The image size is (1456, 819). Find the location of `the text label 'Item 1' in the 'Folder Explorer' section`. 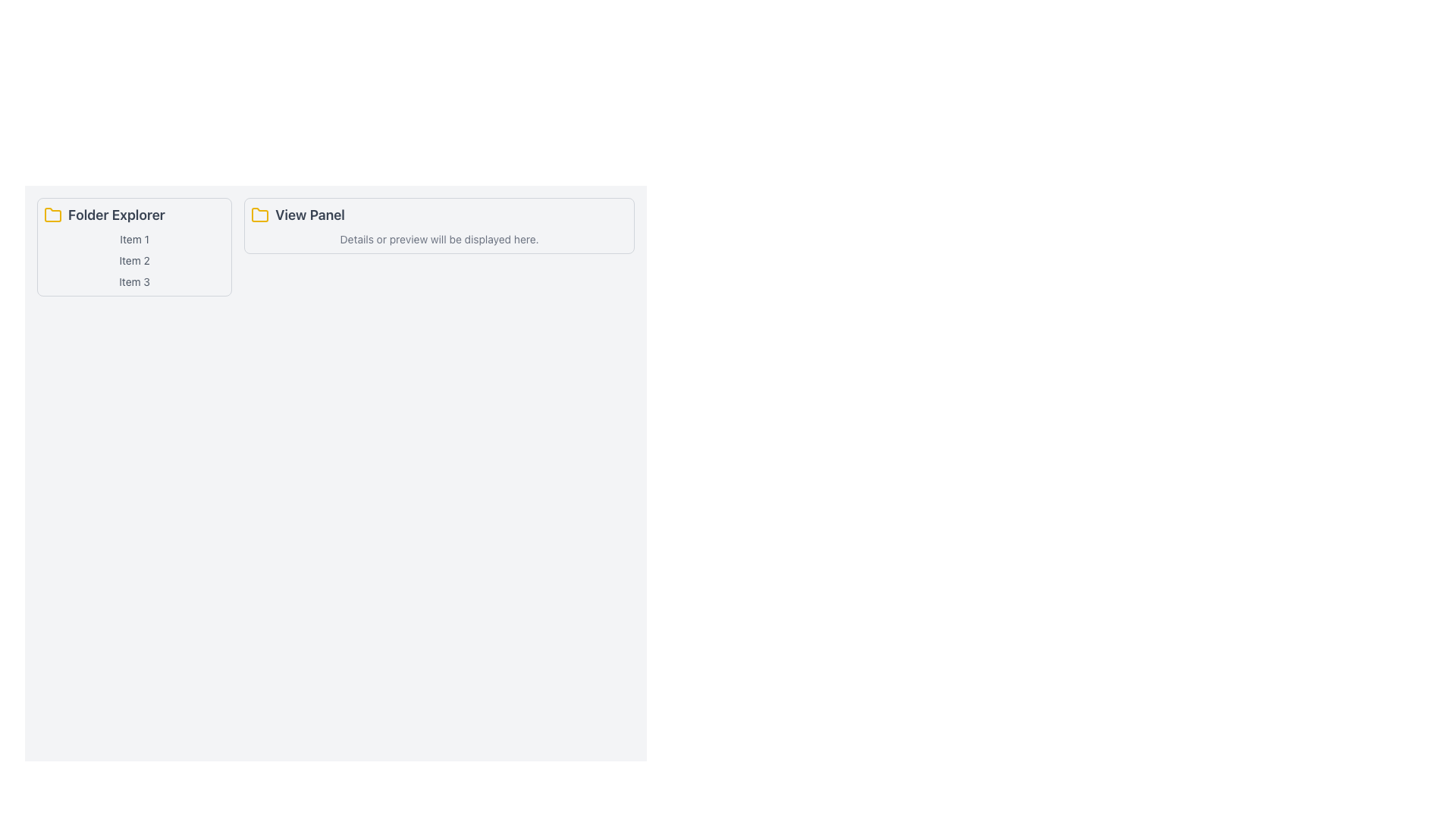

the text label 'Item 1' in the 'Folder Explorer' section is located at coordinates (134, 239).